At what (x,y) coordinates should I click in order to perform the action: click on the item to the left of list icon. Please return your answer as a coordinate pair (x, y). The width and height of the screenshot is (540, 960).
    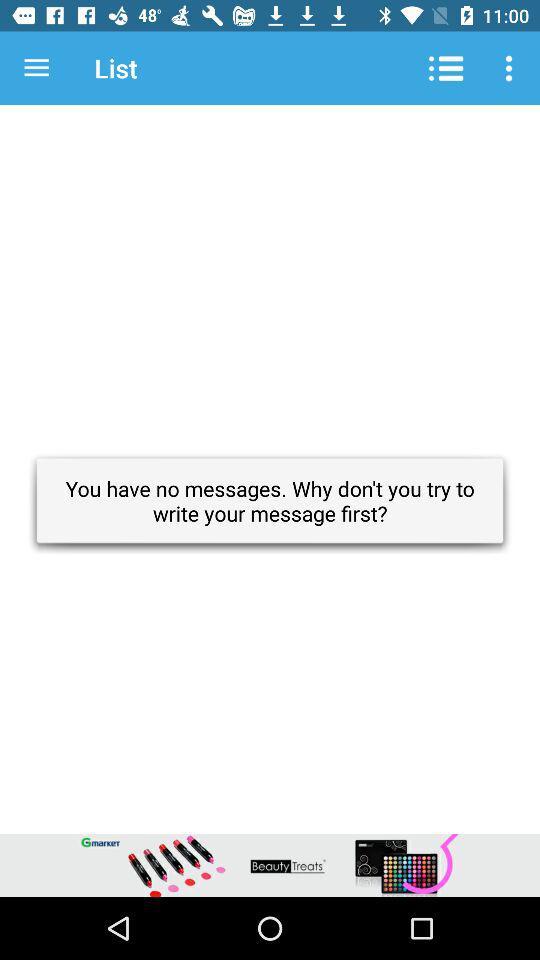
    Looking at the image, I should click on (36, 68).